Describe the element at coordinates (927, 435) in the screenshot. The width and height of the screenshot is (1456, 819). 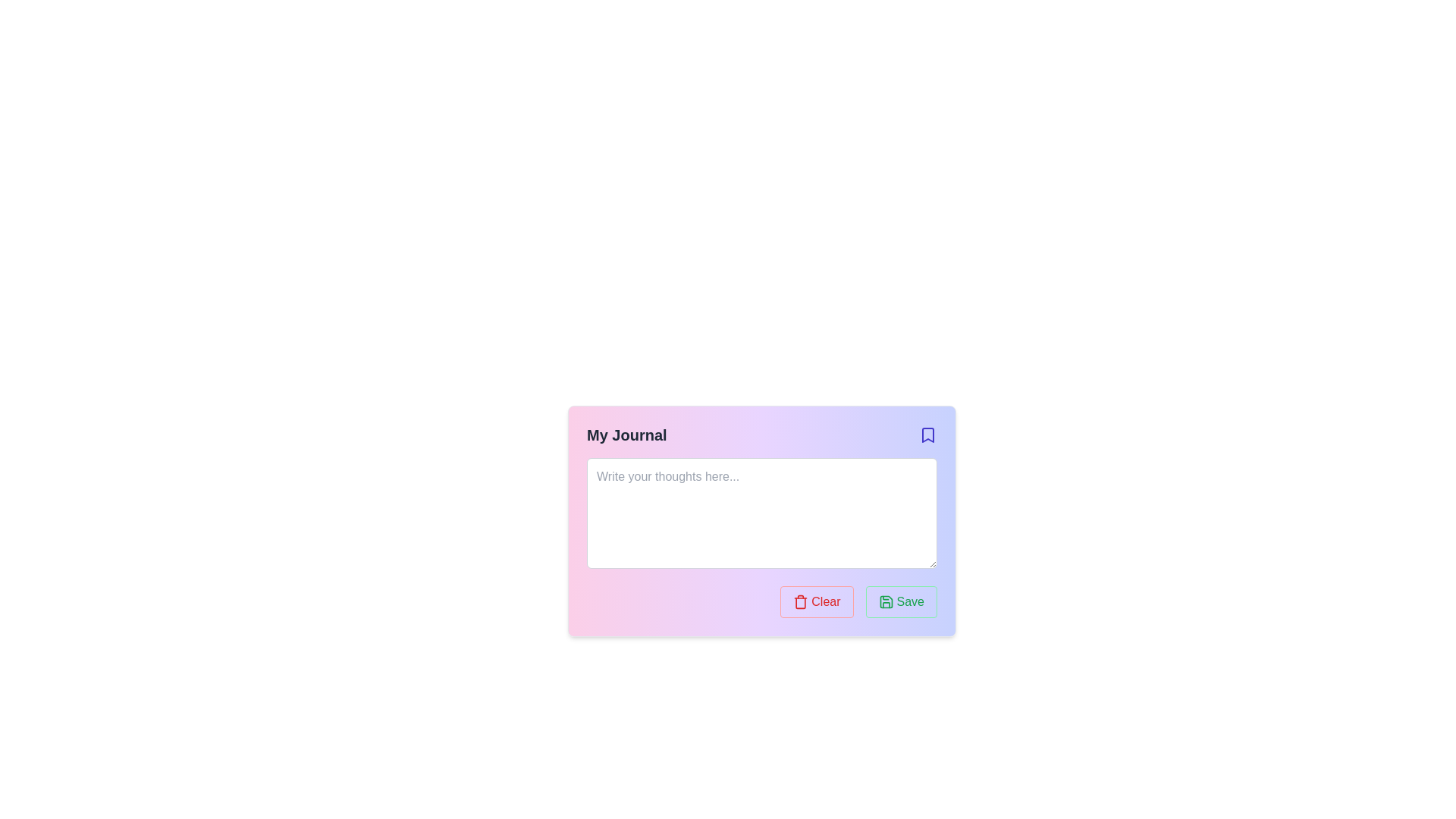
I see `the bookmark-shaped SVG icon located in the top-right header area of the 'My Journal' card` at that location.